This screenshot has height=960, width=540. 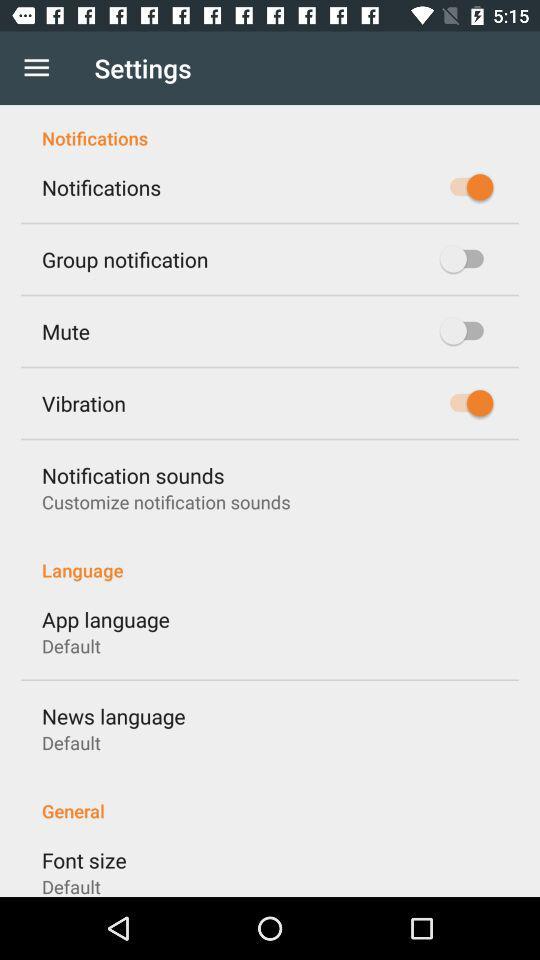 I want to click on mute, so click(x=65, y=331).